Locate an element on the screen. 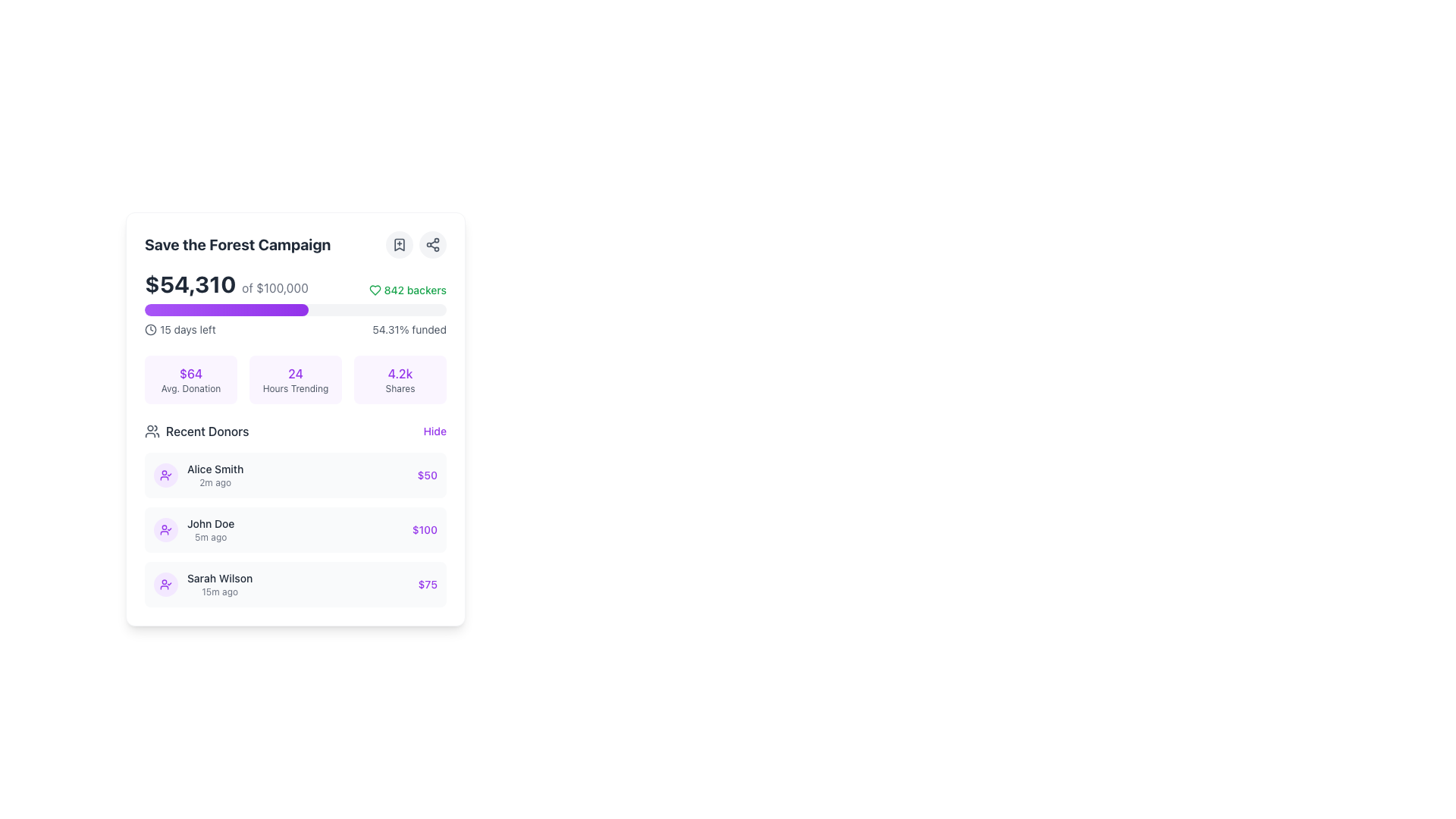 The height and width of the screenshot is (819, 1456). the surrounding elements for contextual actions related to the donor name displayed in the bottom donor entry of the 'Recent Donors' section is located at coordinates (219, 579).